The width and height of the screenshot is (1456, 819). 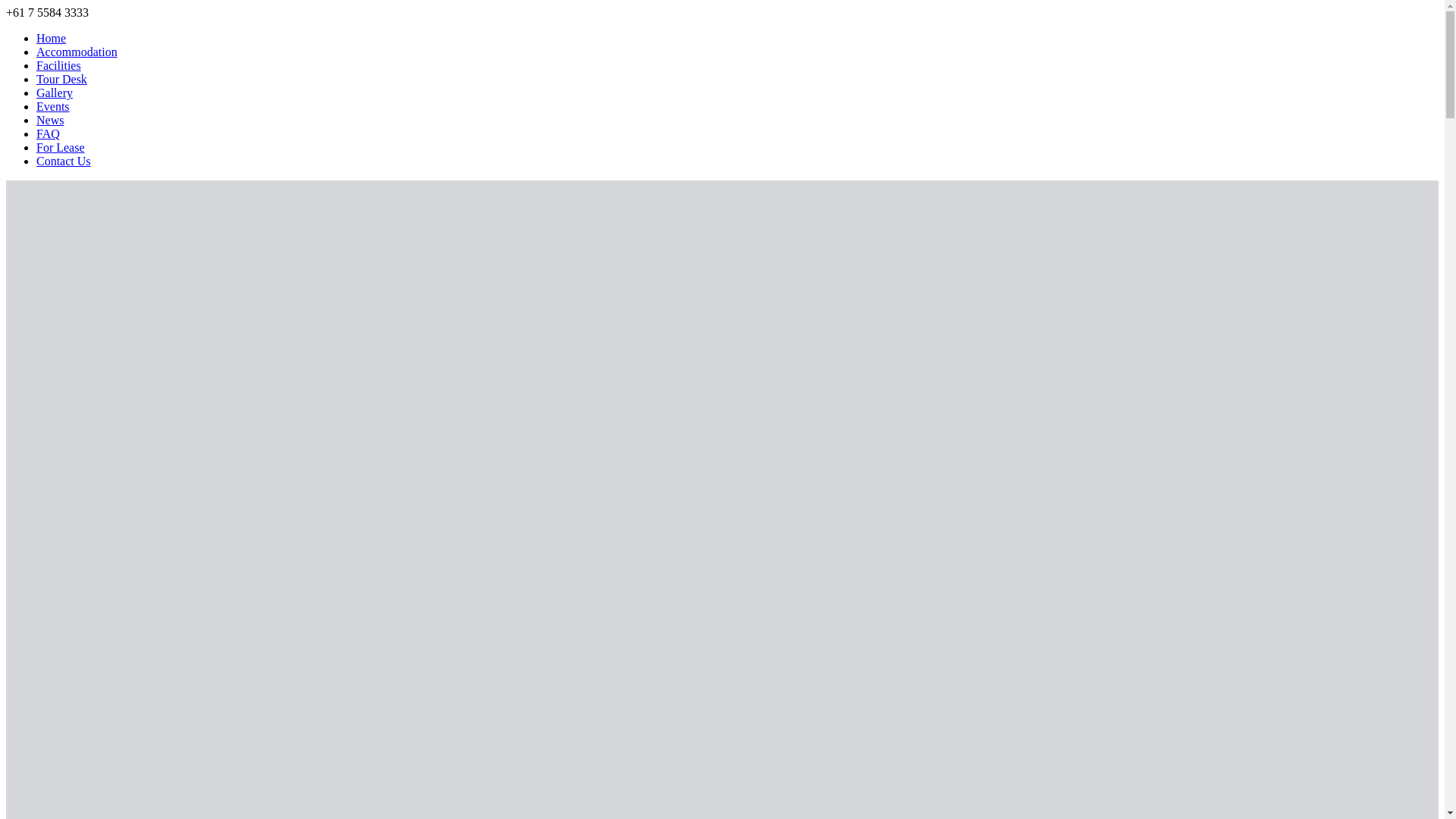 I want to click on 'Tour Desk', so click(x=61, y=79).